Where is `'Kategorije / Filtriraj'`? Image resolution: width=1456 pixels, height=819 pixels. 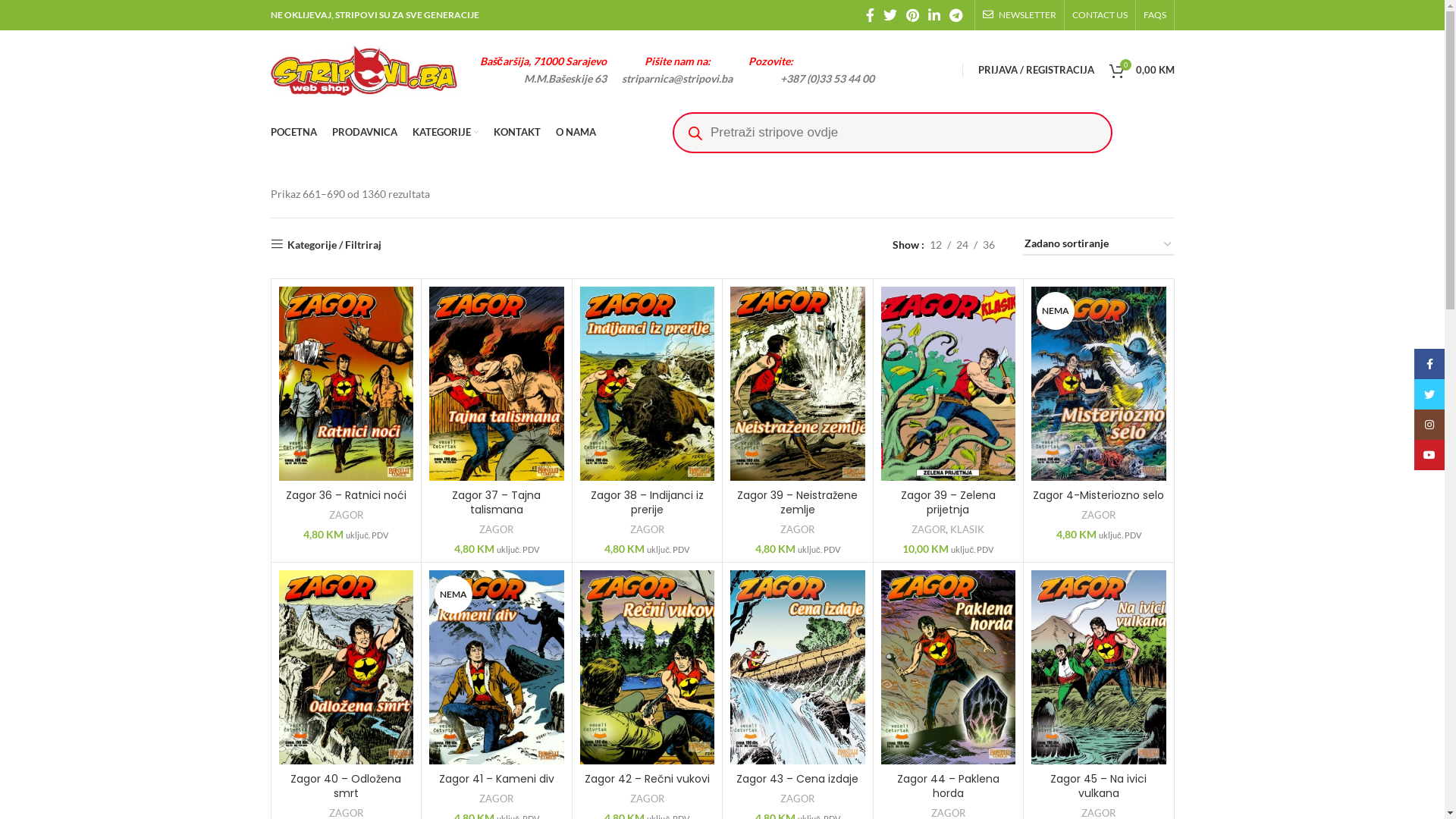
'Kategorije / Filtriraj' is located at coordinates (324, 243).